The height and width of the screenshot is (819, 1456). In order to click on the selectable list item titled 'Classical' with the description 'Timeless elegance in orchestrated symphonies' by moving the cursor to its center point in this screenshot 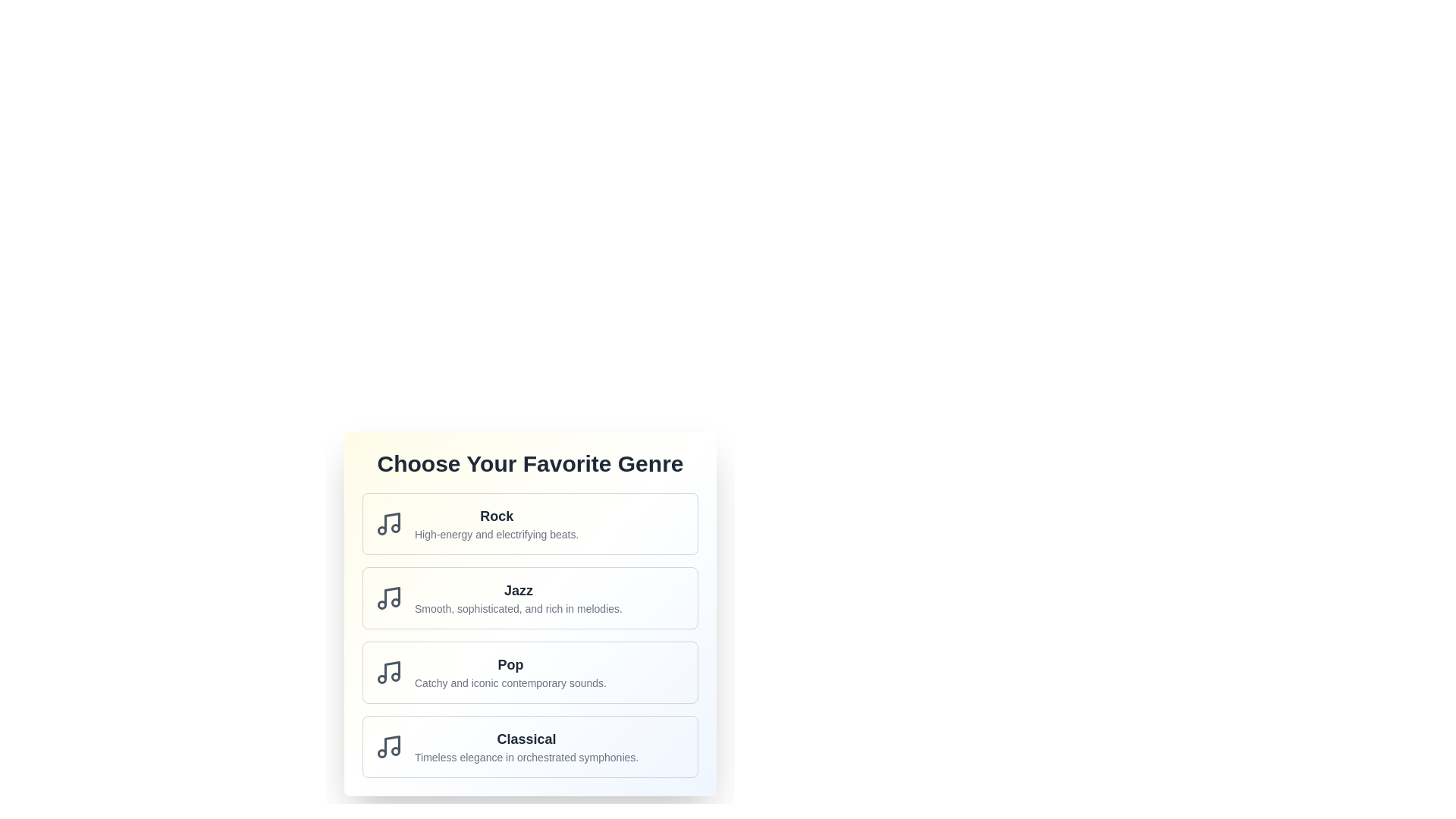, I will do `click(526, 745)`.